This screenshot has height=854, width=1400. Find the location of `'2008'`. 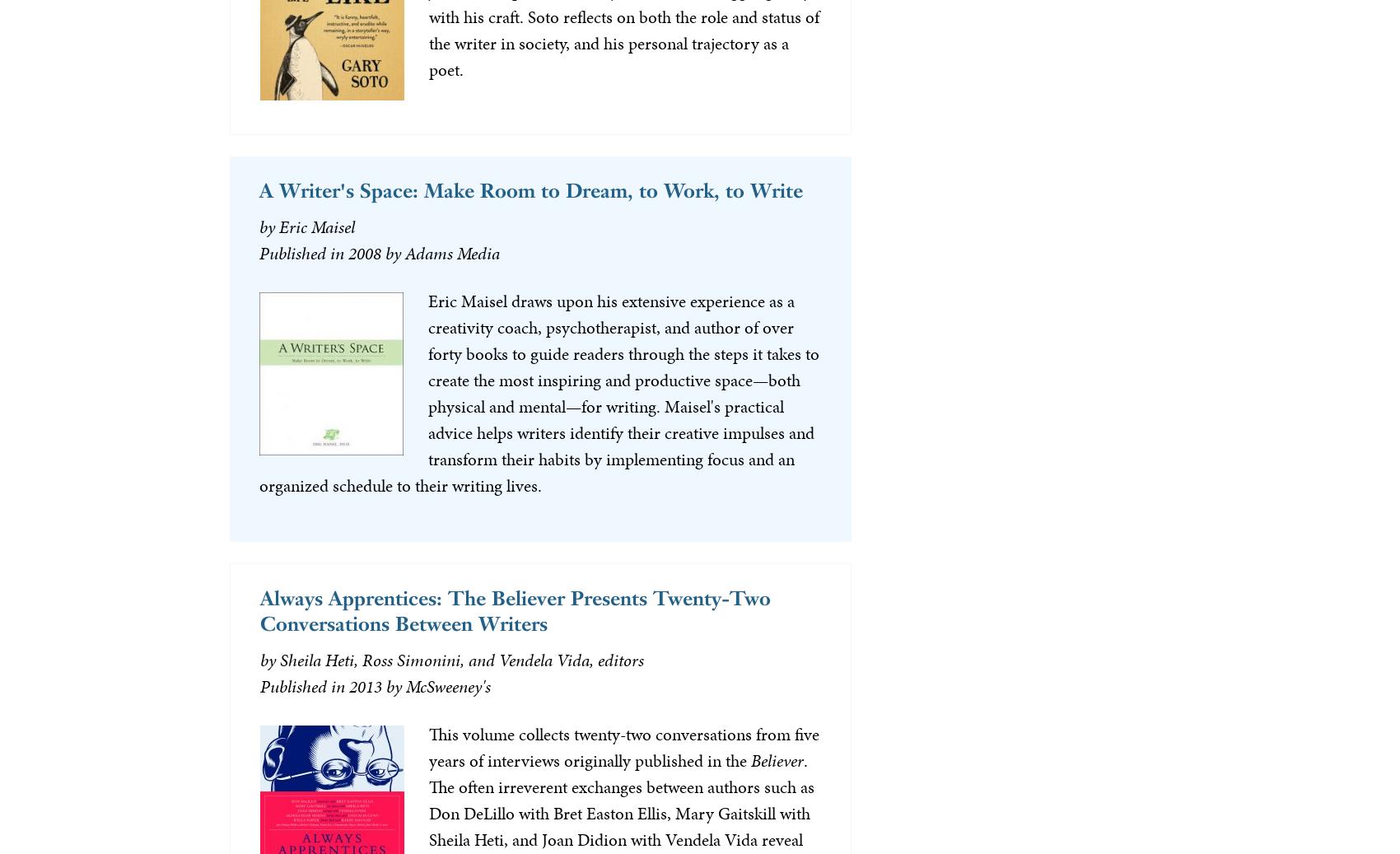

'2008' is located at coordinates (346, 251).